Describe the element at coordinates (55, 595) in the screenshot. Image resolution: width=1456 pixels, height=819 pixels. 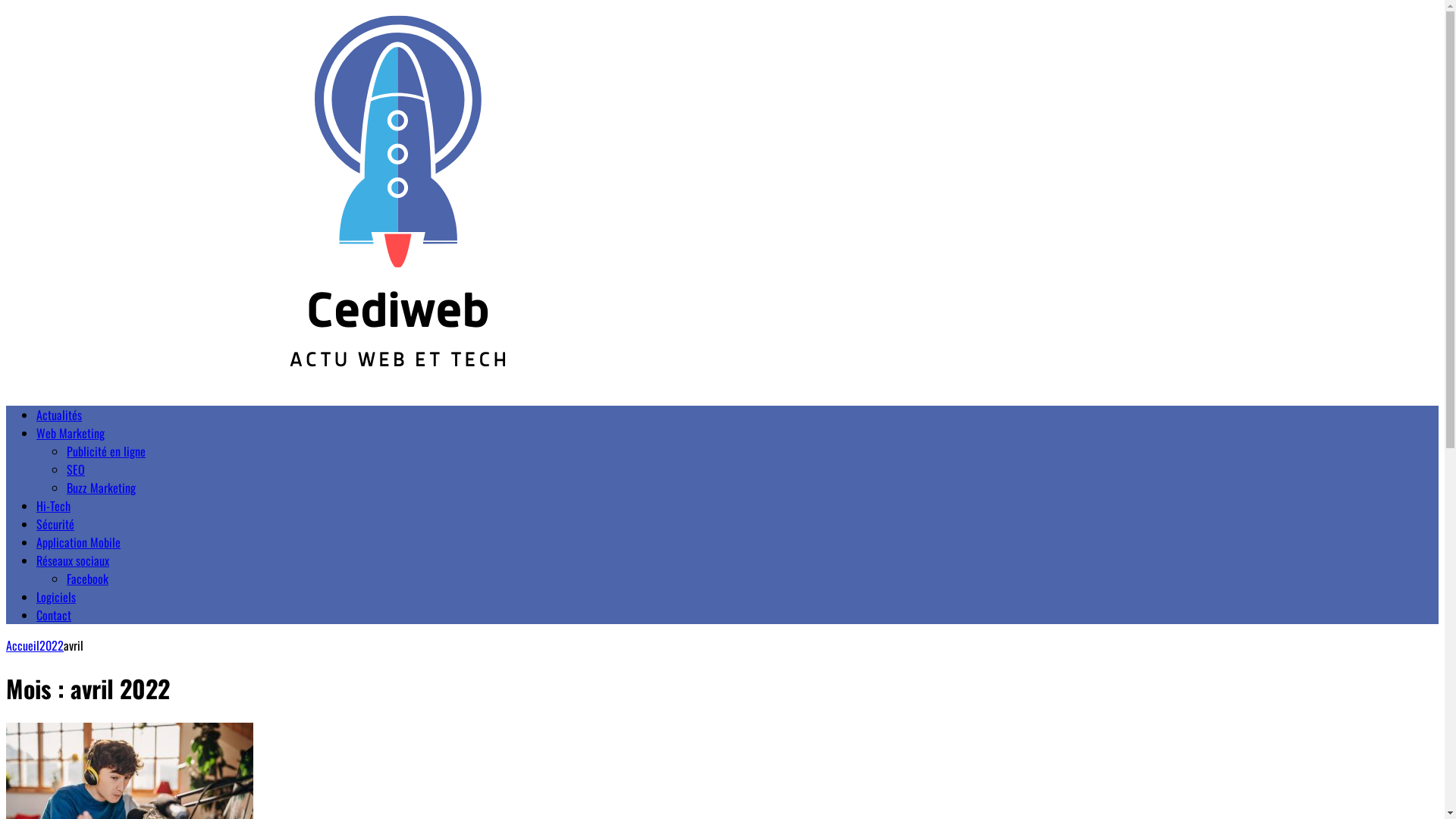
I see `'Logiciels'` at that location.